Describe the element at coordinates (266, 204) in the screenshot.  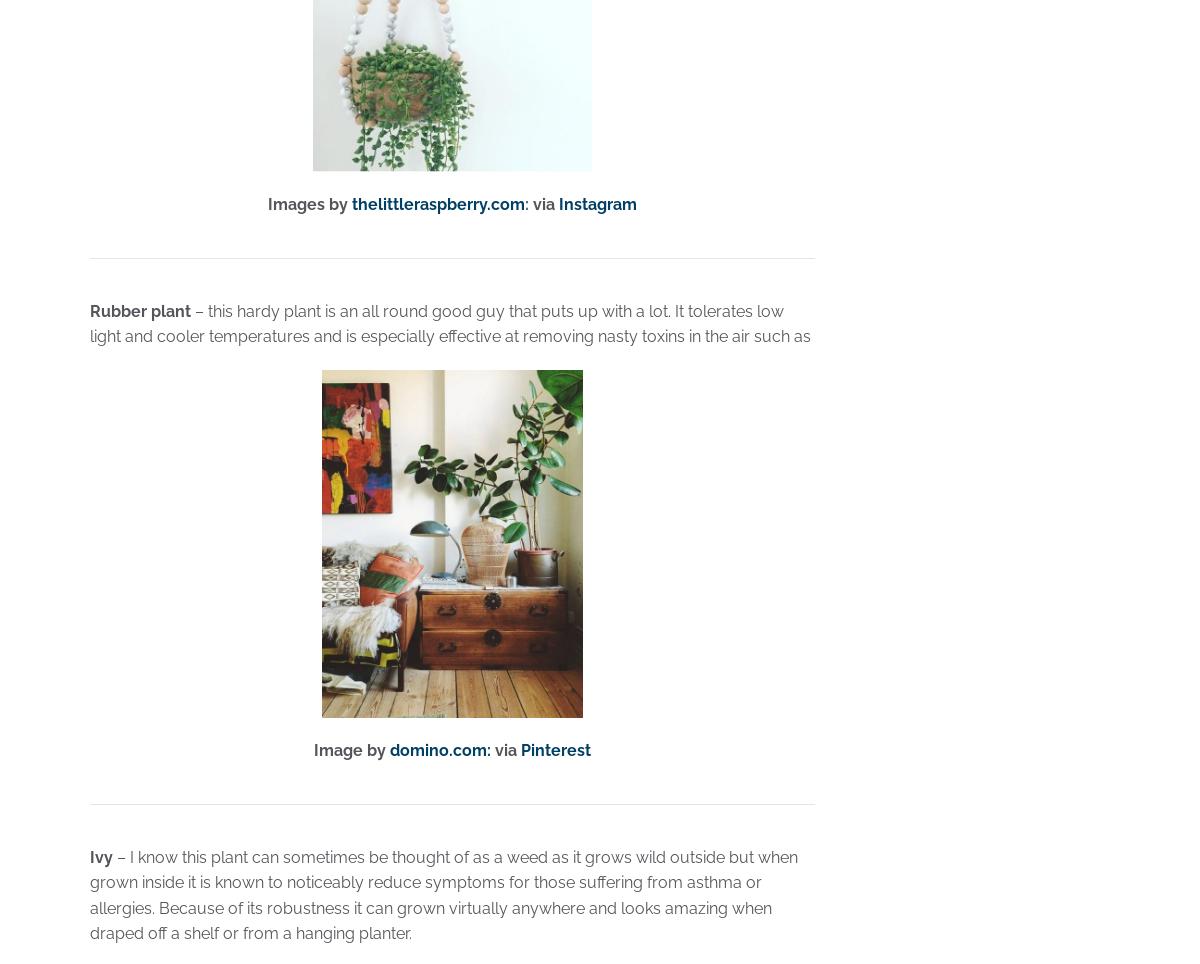
I see `'Images by'` at that location.